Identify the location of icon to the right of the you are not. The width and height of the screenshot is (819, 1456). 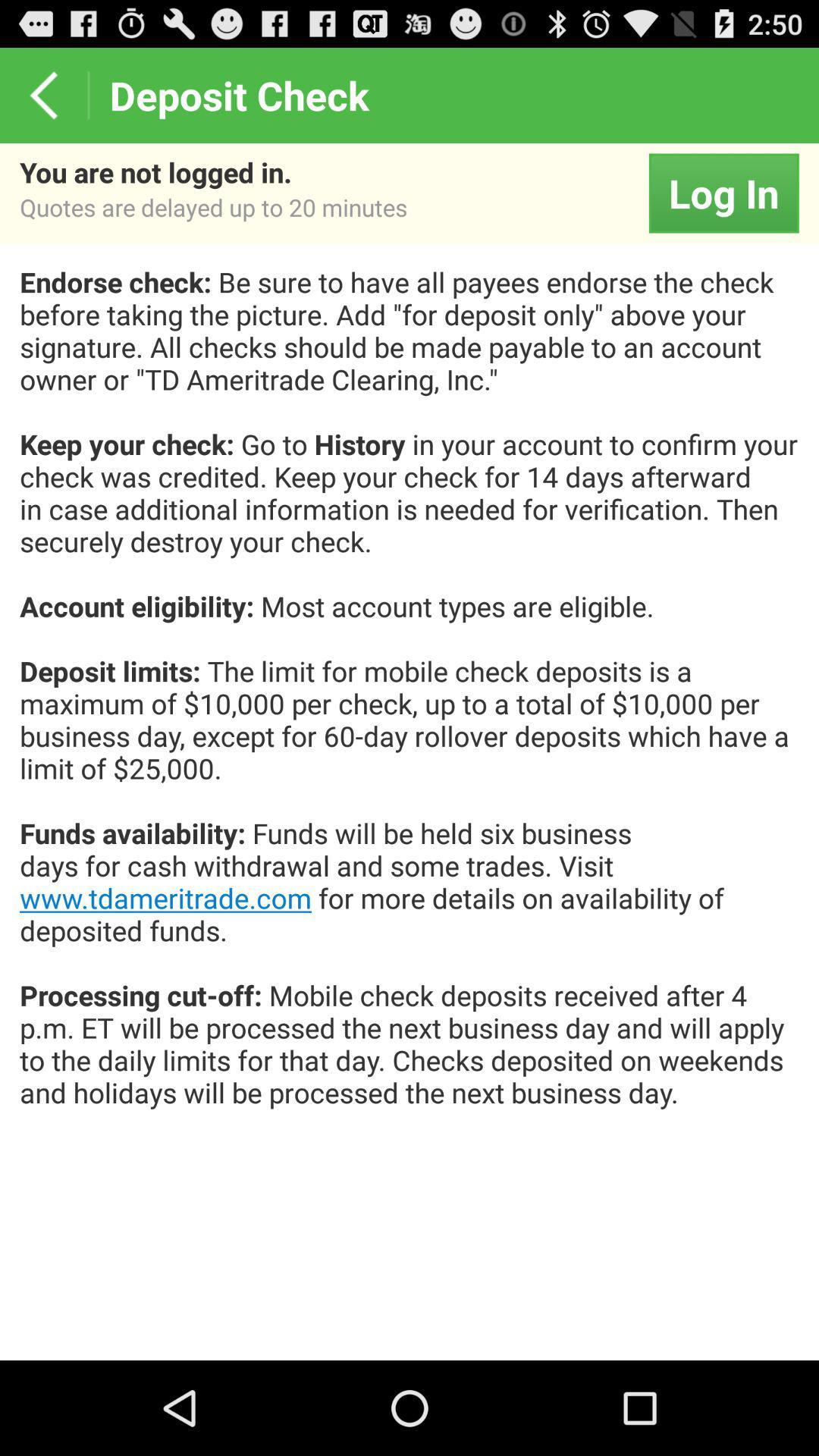
(723, 192).